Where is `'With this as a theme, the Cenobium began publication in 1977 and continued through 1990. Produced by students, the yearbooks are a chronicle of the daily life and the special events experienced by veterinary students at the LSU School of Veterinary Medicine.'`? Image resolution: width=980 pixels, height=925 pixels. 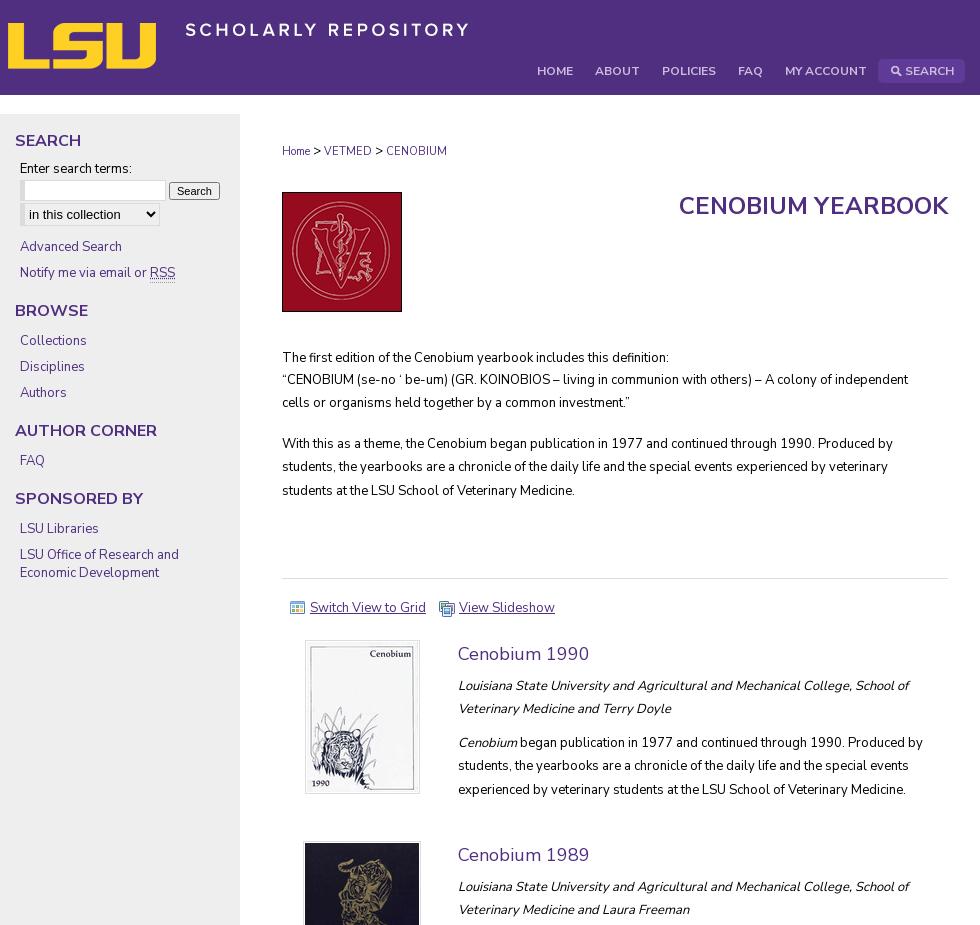
'With this as a theme, the Cenobium began publication in 1977 and continued through 1990. Produced by students, the yearbooks are a chronicle of the daily life and the special events experienced by veterinary students at the LSU School of Veterinary Medicine.' is located at coordinates (587, 466).